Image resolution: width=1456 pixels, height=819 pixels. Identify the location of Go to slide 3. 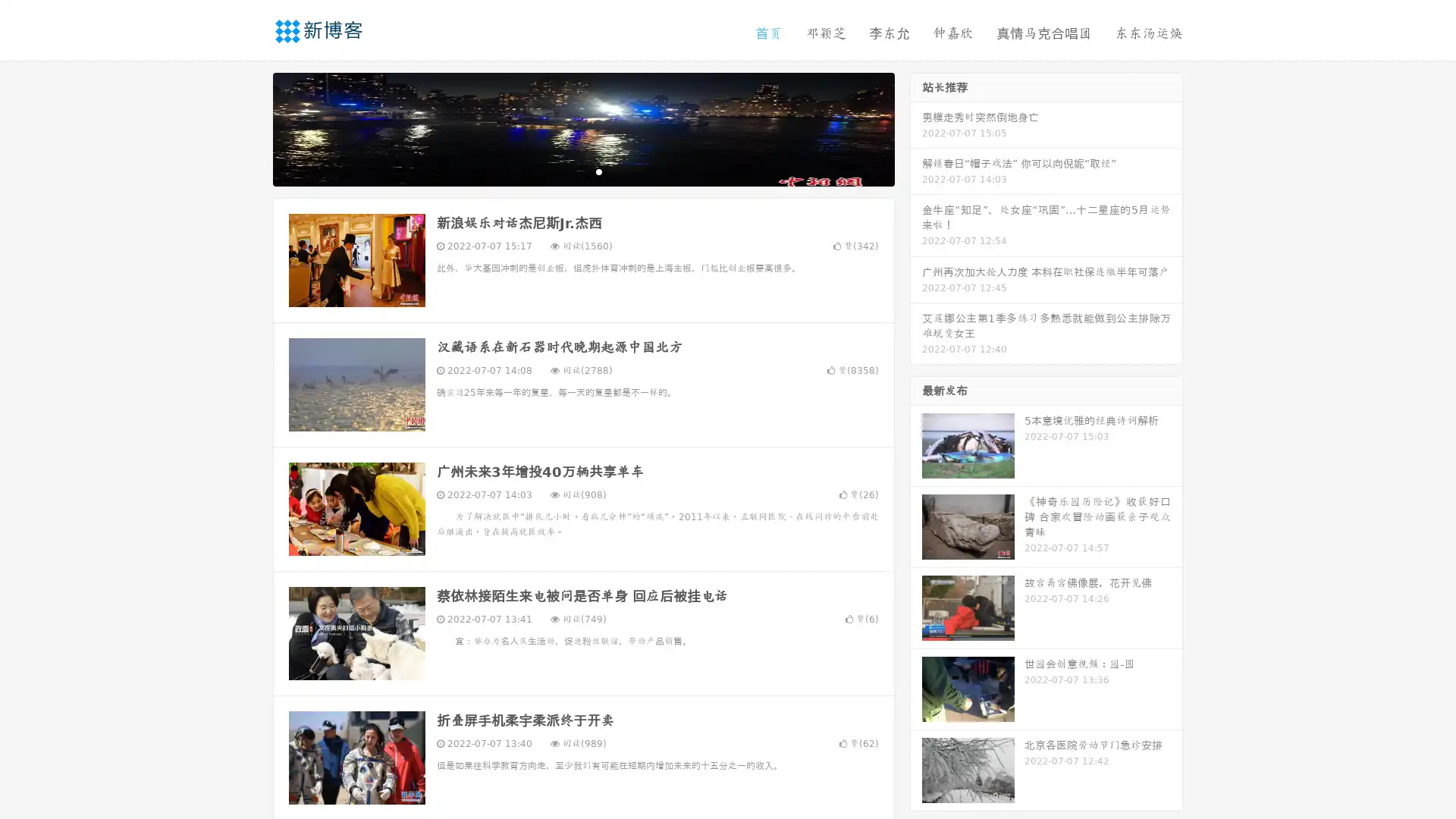
(598, 171).